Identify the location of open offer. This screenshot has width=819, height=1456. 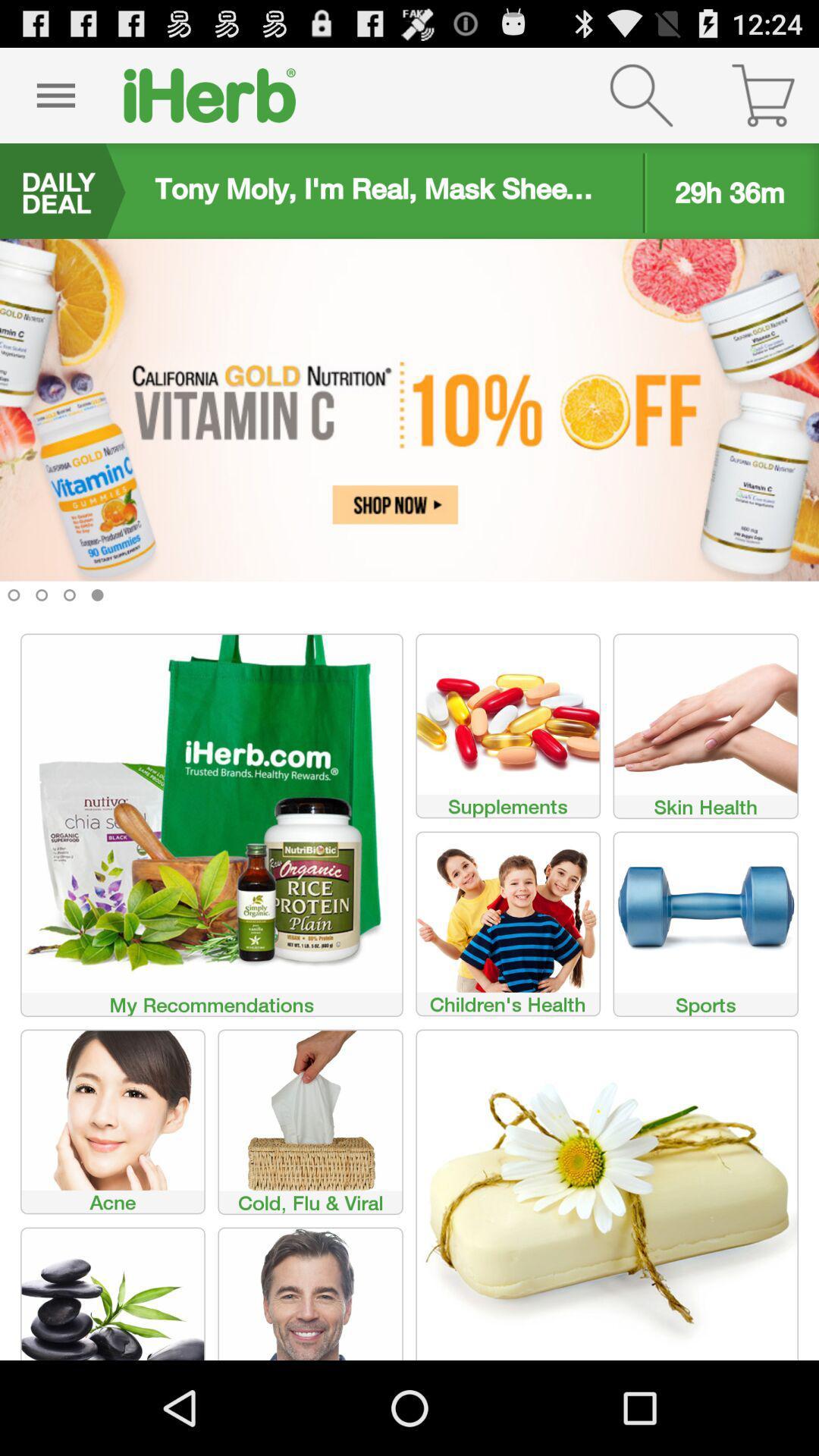
(409, 431).